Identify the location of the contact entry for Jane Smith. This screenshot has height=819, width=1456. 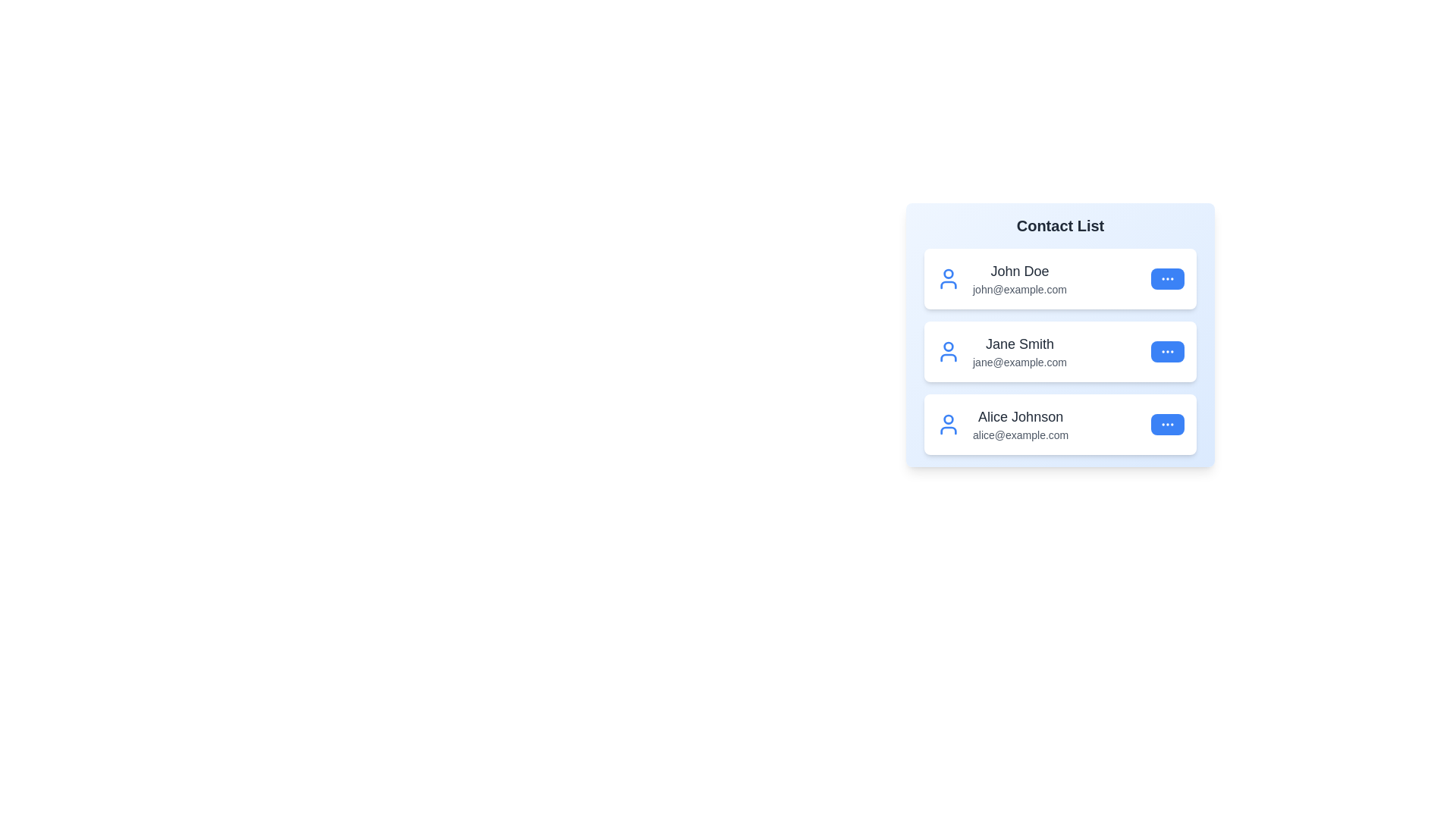
(1059, 351).